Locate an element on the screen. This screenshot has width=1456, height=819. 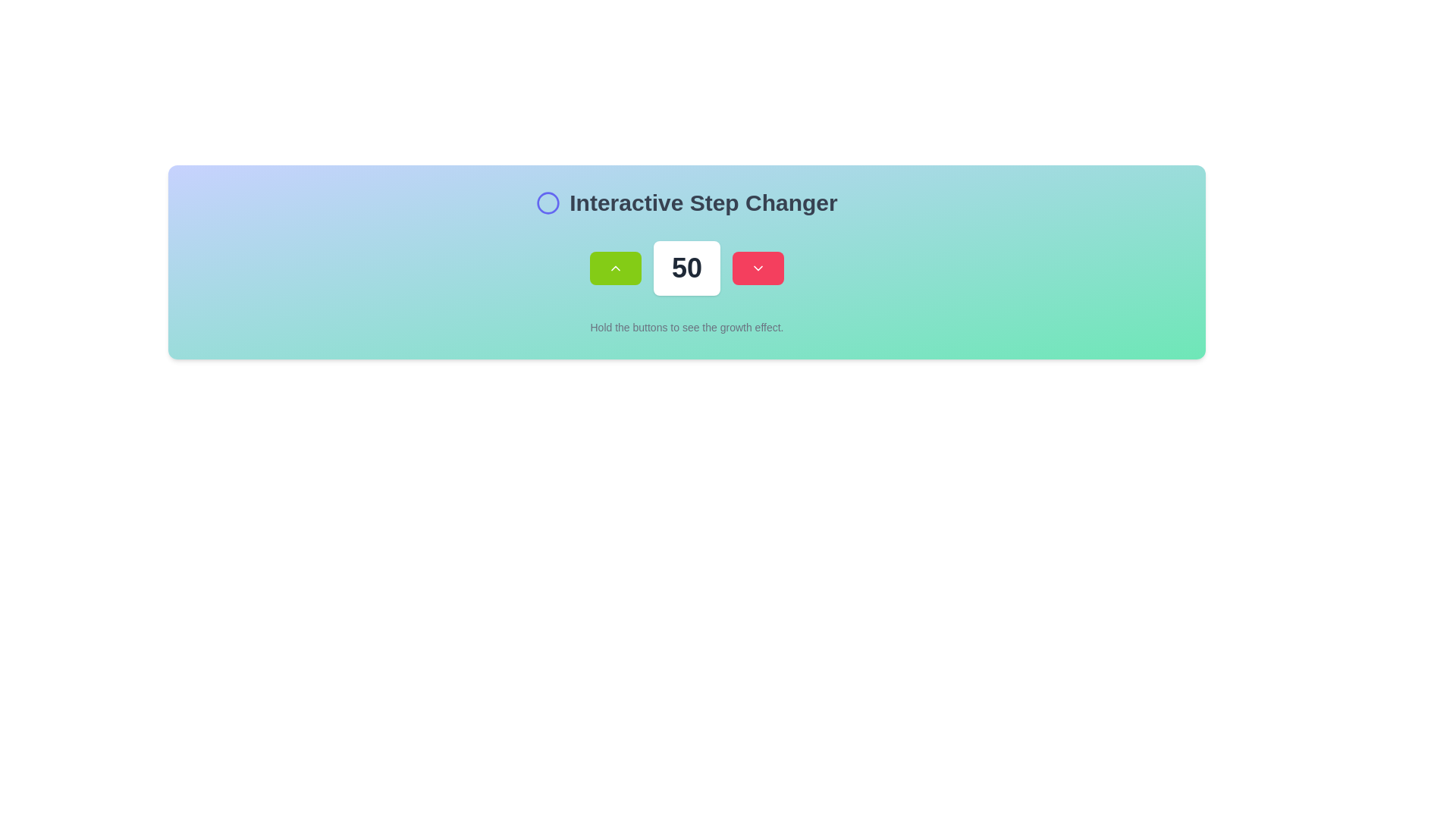
the decorative indicator icon located on the left side of the text label 'Interactive Step Changer' to receive additional feedback when it becomes interactive in specific contexts is located at coordinates (548, 202).